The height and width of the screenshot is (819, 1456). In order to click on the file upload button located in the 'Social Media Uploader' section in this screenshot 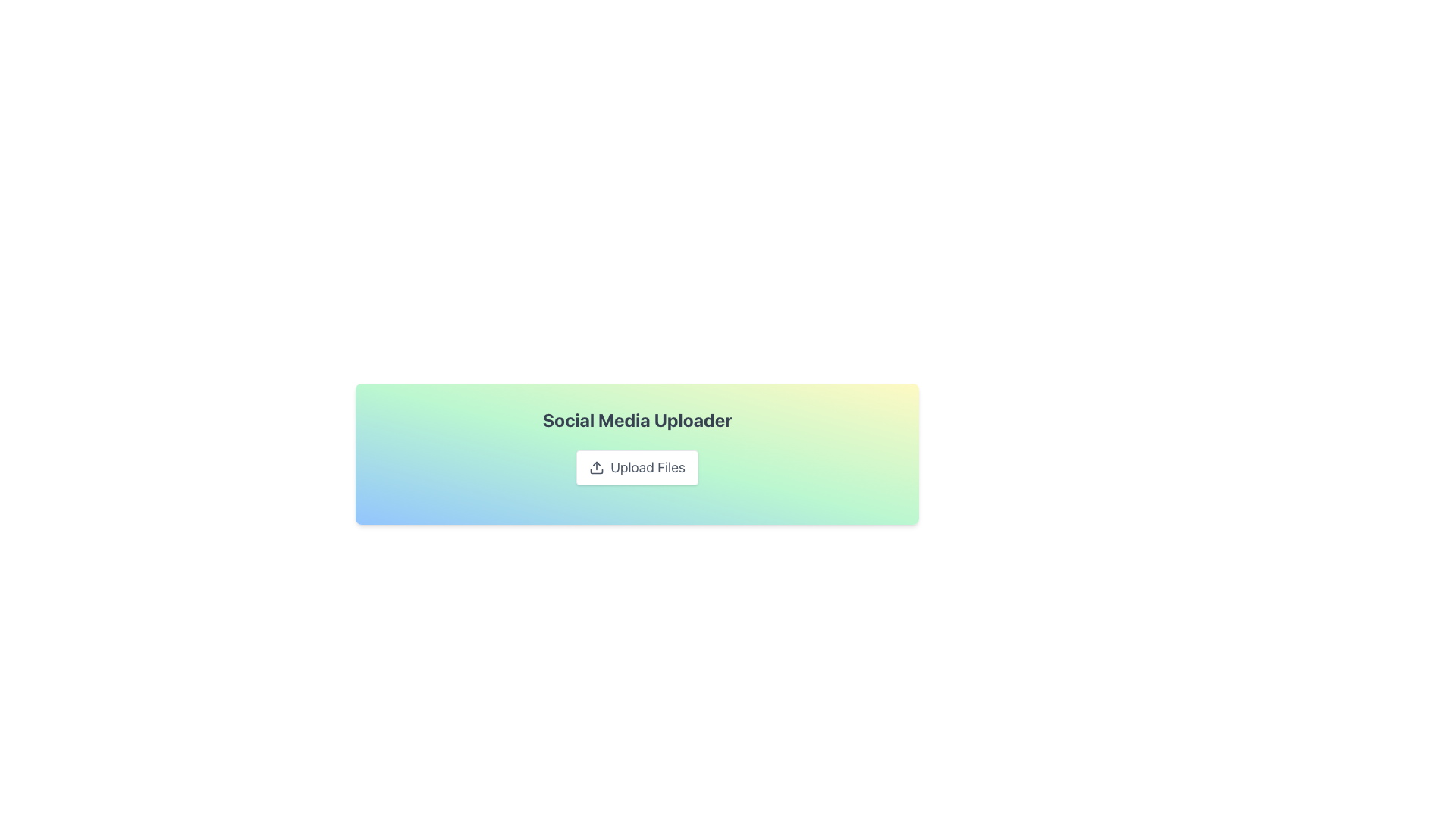, I will do `click(637, 467)`.